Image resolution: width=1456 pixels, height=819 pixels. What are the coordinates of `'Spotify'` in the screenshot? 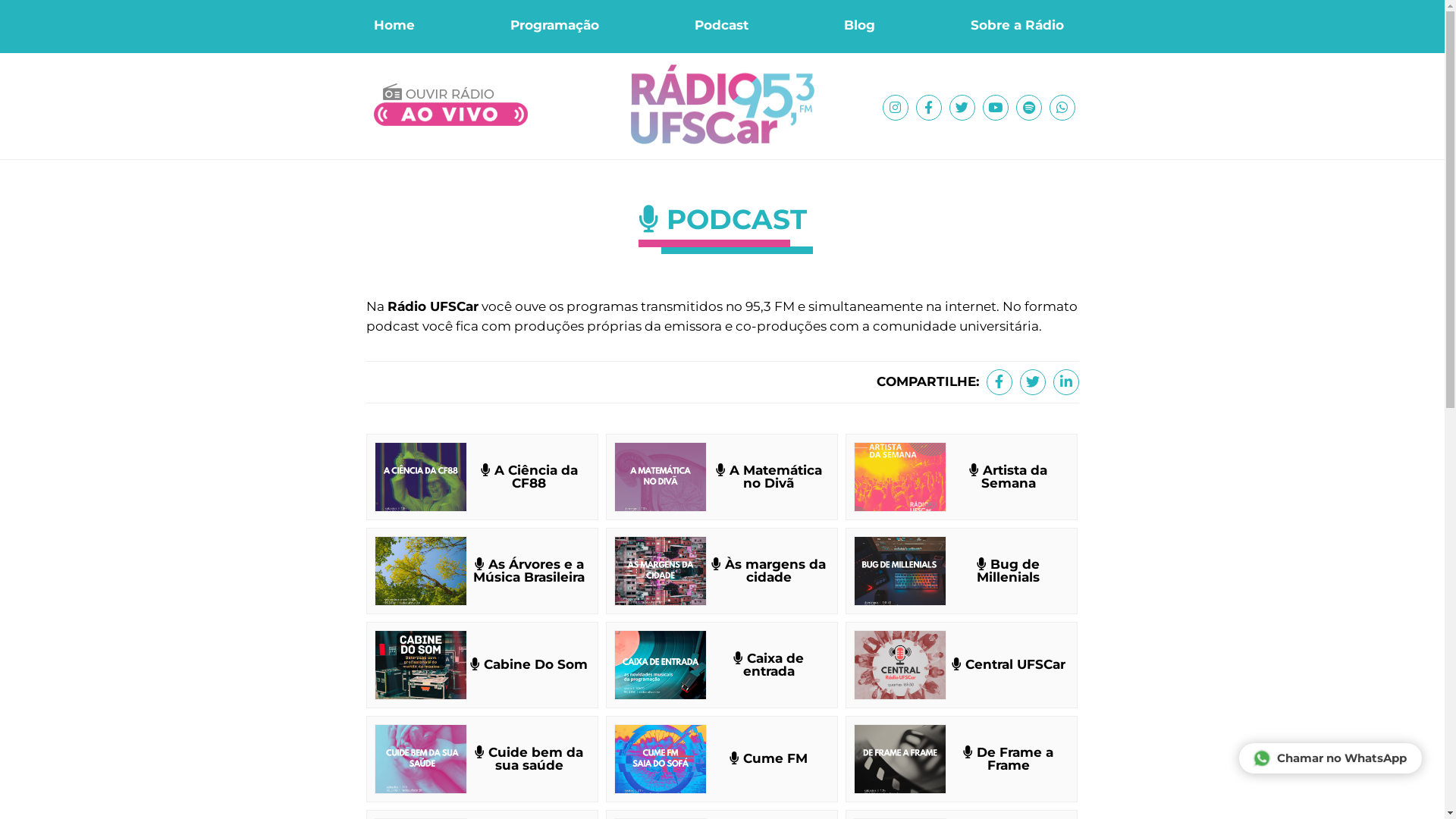 It's located at (1029, 107).